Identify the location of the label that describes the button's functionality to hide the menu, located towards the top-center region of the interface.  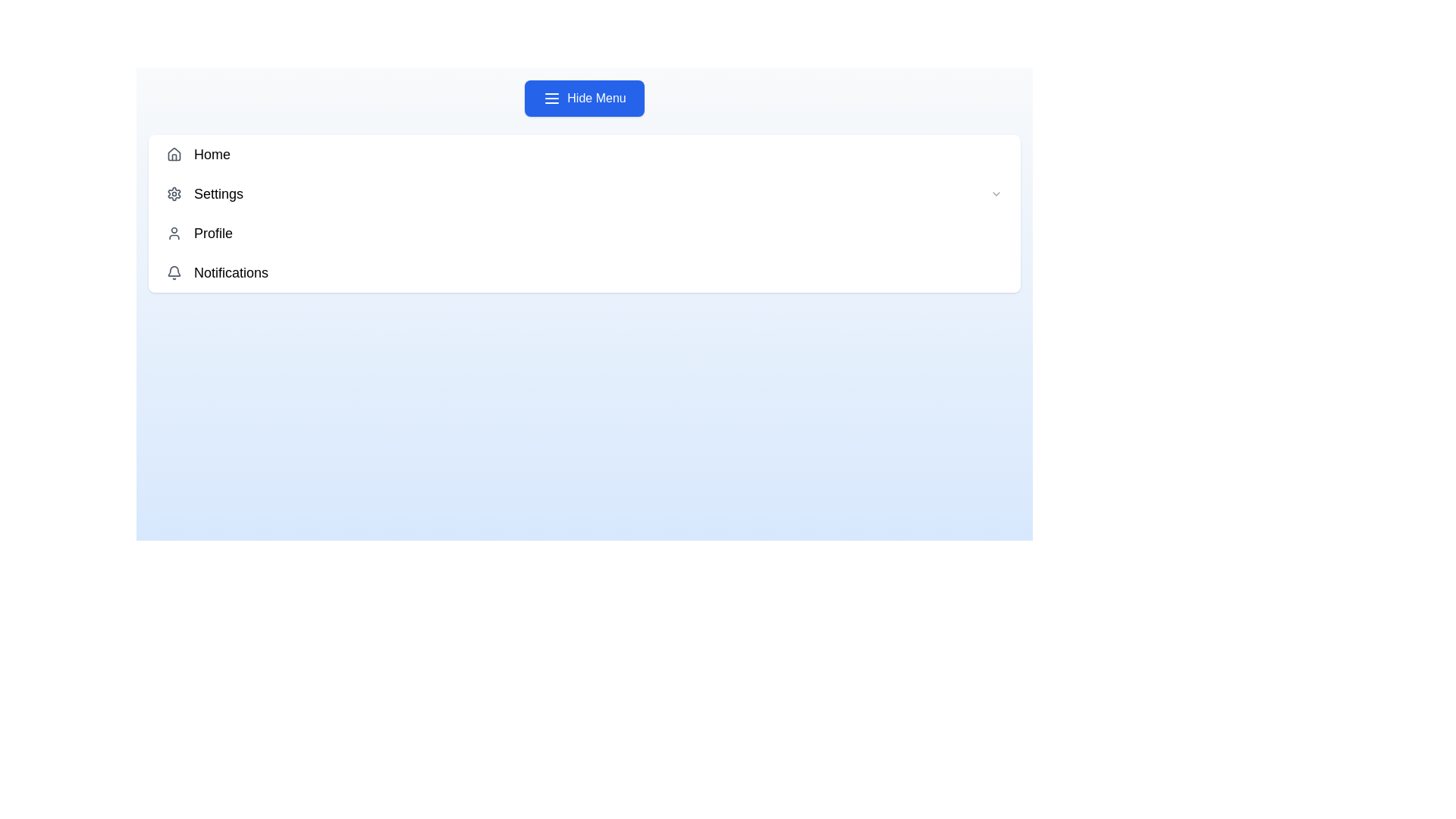
(596, 99).